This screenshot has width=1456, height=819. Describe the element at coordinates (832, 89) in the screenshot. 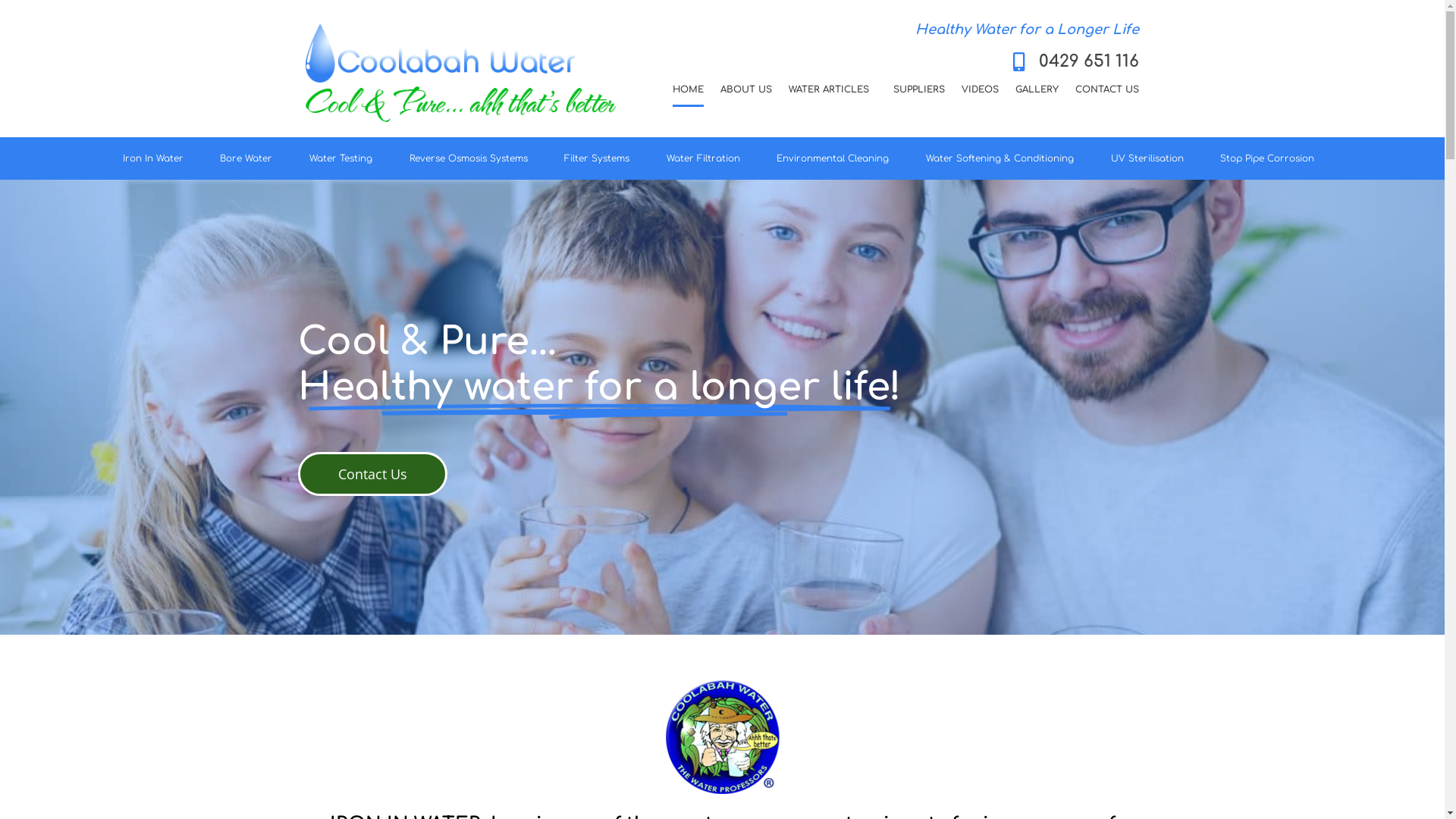

I see `'WATER ARTICLES'` at that location.